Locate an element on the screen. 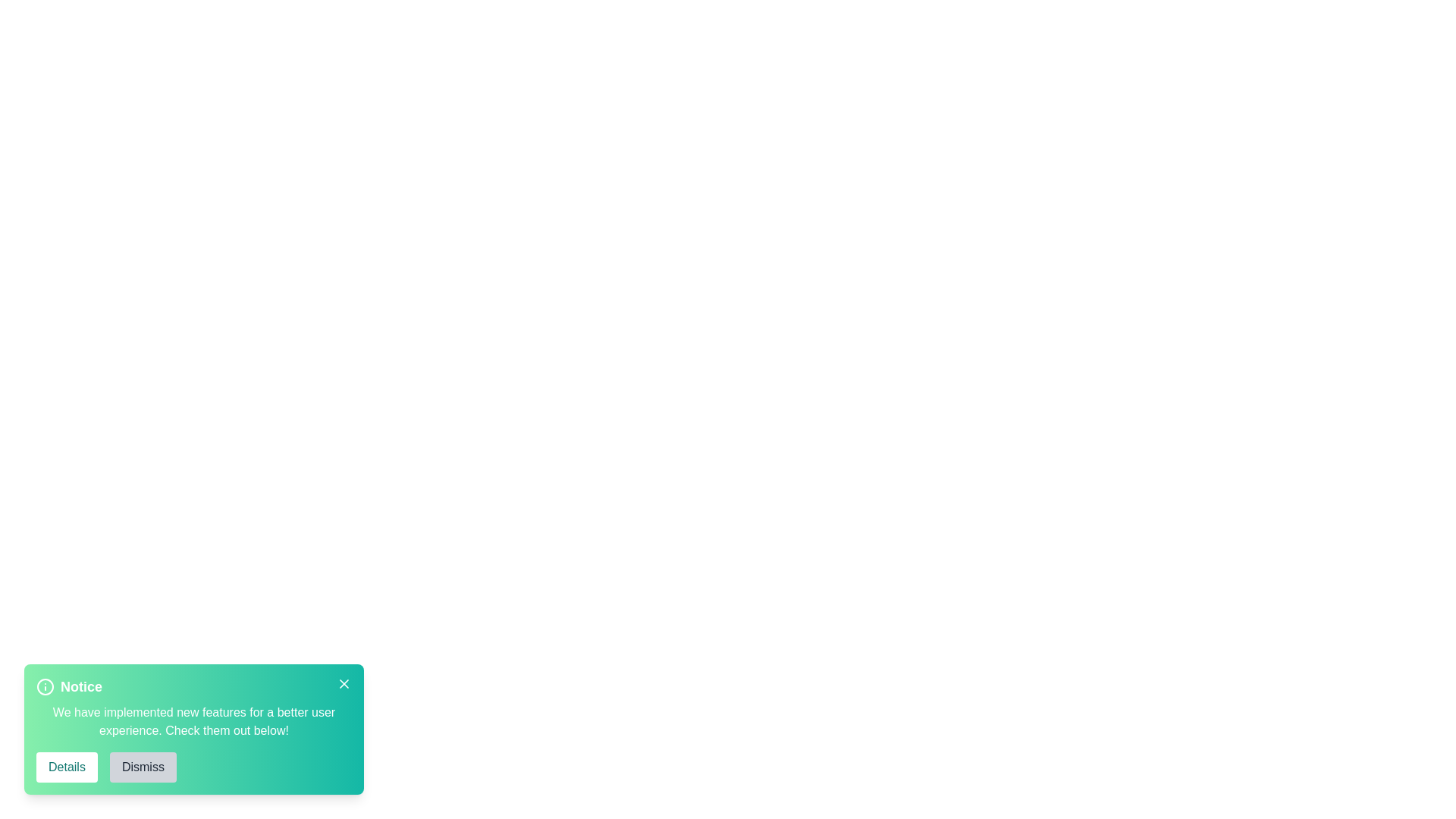 The image size is (1456, 819). the 'Details' button to observe the hover effect is located at coordinates (65, 767).